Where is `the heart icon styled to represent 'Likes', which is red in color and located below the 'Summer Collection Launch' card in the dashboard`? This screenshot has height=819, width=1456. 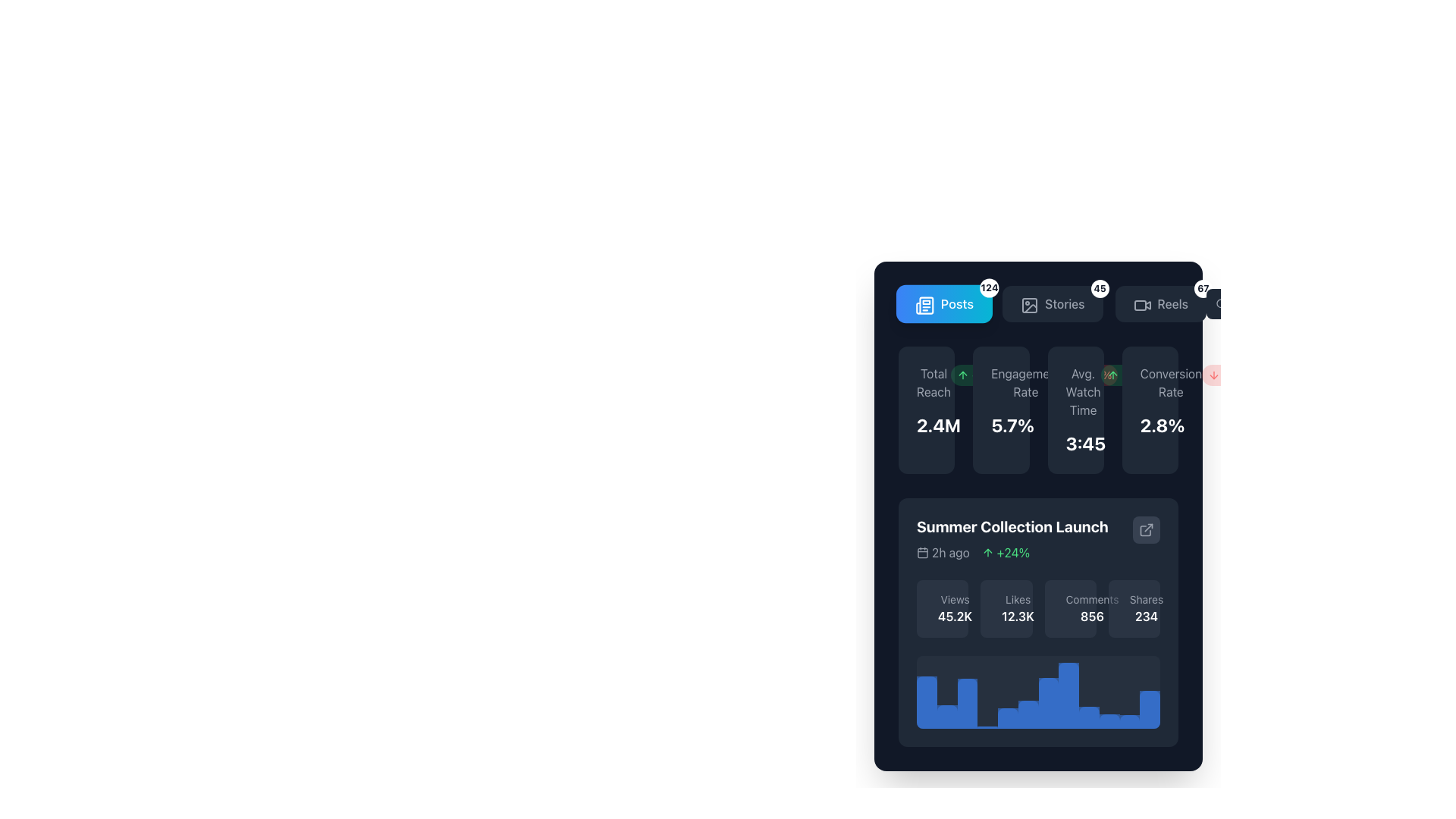 the heart icon styled to represent 'Likes', which is red in color and located below the 'Summer Collection Launch' card in the dashboard is located at coordinates (1002, 610).